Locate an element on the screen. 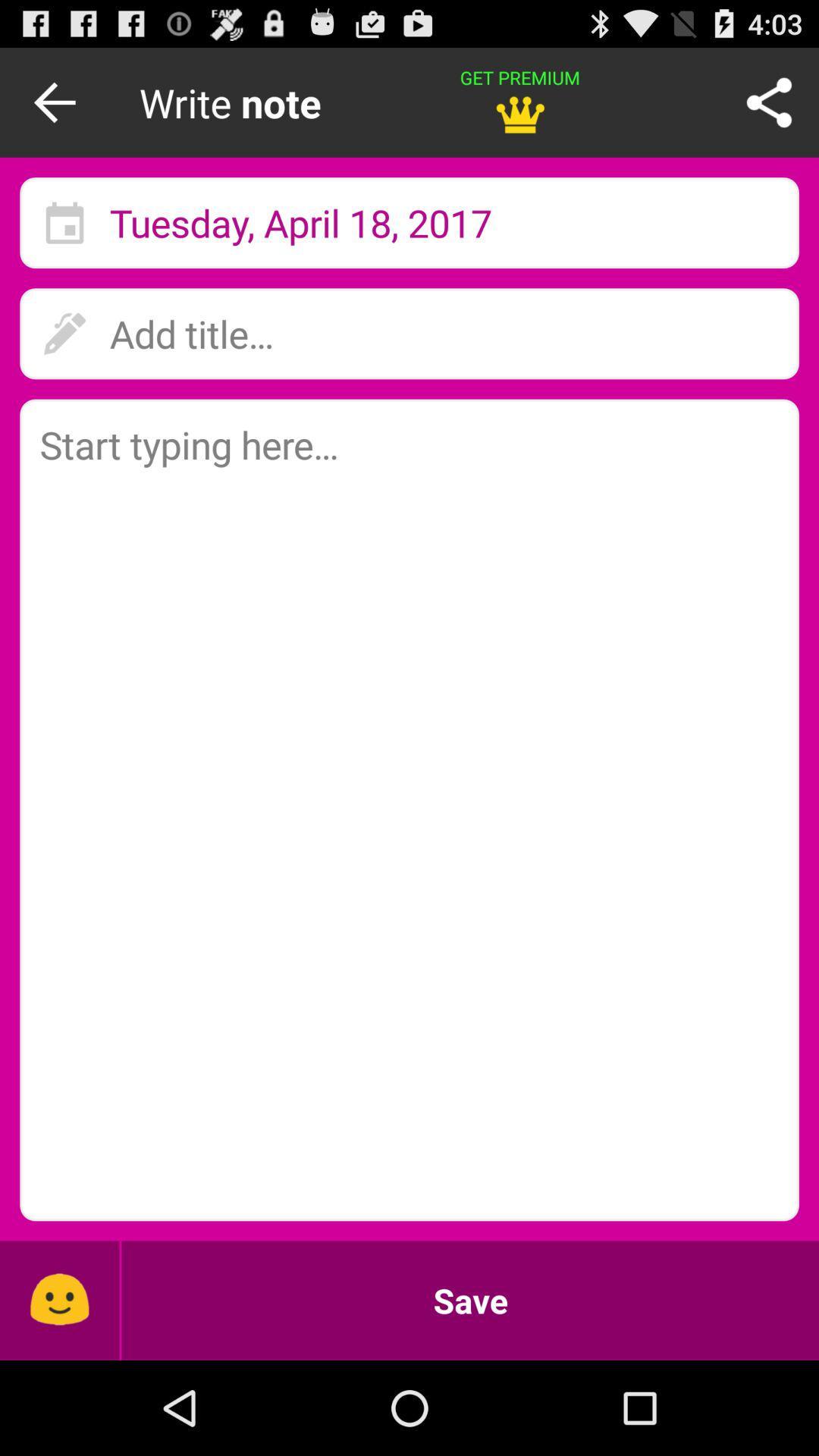 The image size is (819, 1456). the date_range icon is located at coordinates (64, 237).